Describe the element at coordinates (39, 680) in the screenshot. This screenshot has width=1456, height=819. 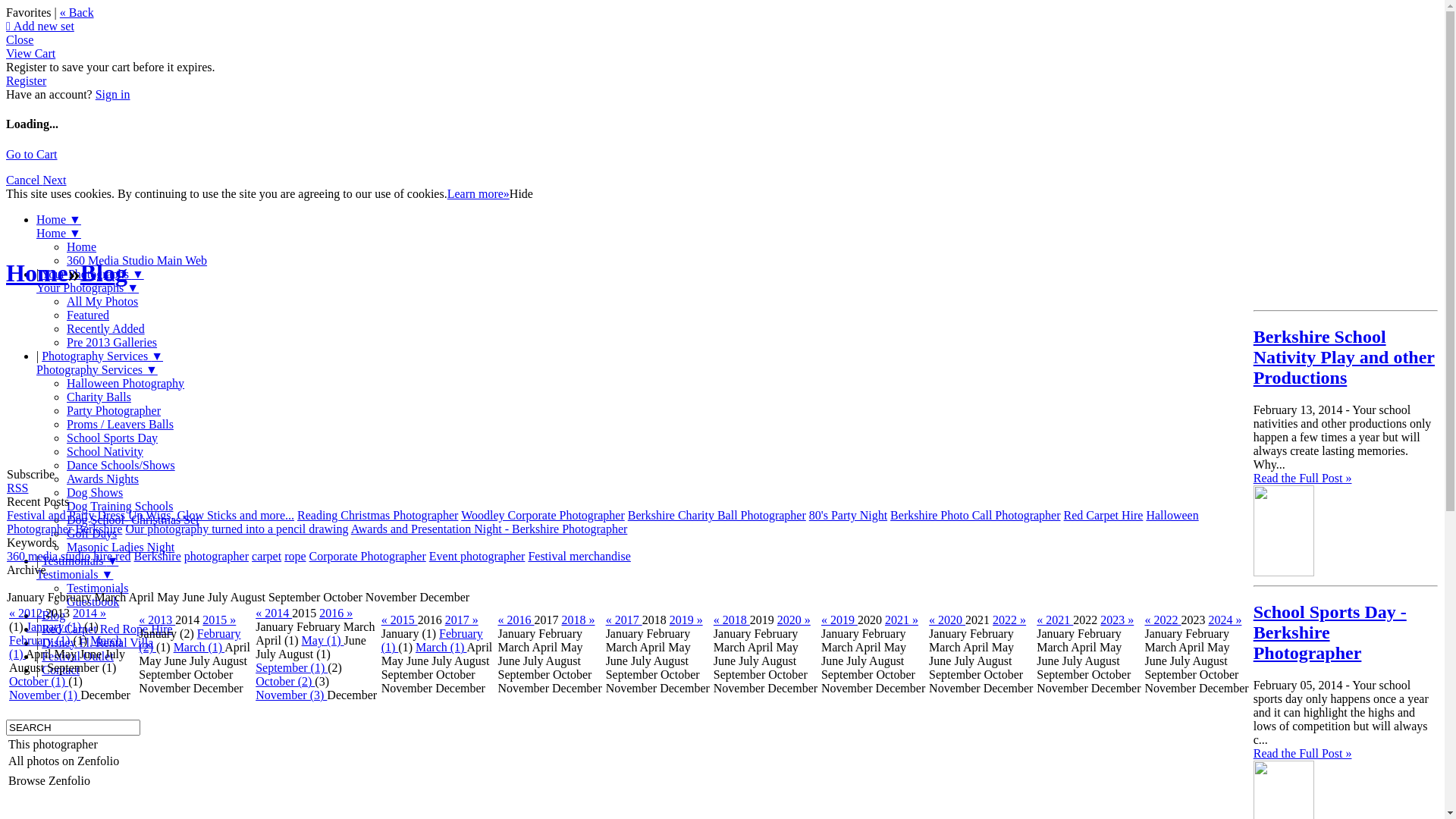
I see `'October (1)'` at that location.